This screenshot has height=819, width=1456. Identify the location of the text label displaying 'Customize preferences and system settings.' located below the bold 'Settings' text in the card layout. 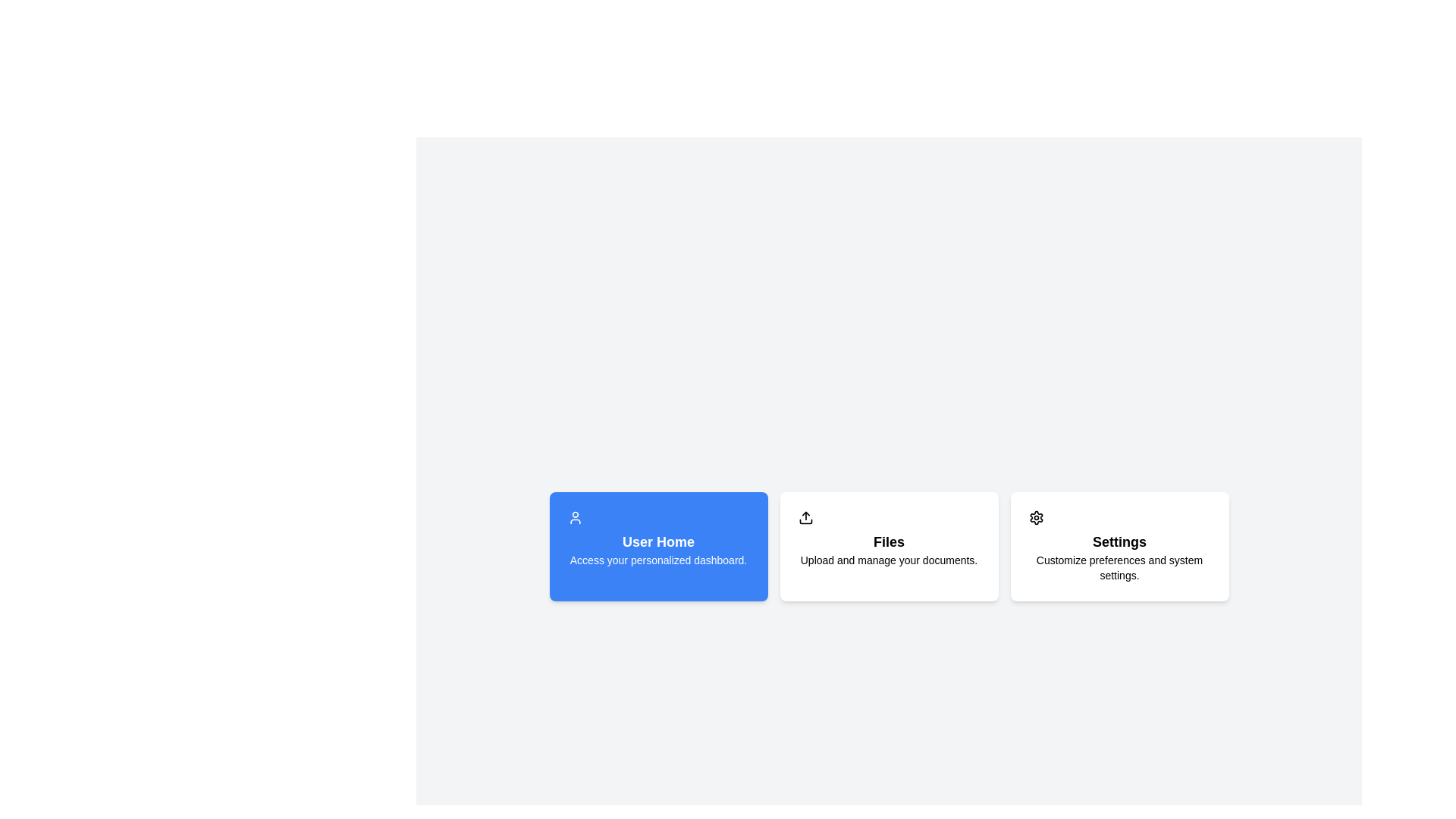
(1119, 567).